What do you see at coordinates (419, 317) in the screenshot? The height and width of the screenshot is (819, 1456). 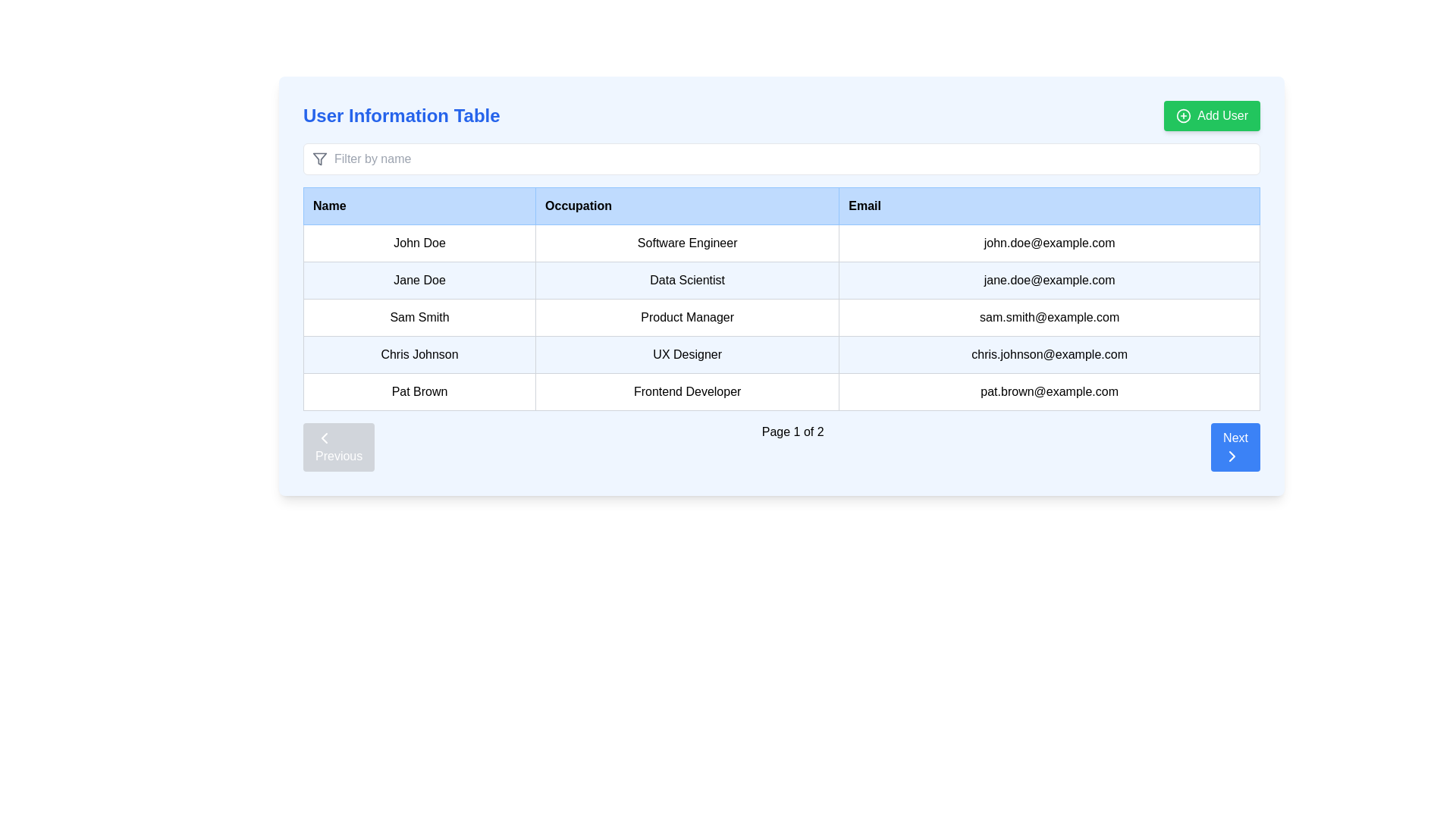 I see `text 'Sam Smith' displayed in the first column of the third row within the 'User Information Table', which is adjacent to 'Product Manager' and 'sam.smith@example.com'` at bounding box center [419, 317].